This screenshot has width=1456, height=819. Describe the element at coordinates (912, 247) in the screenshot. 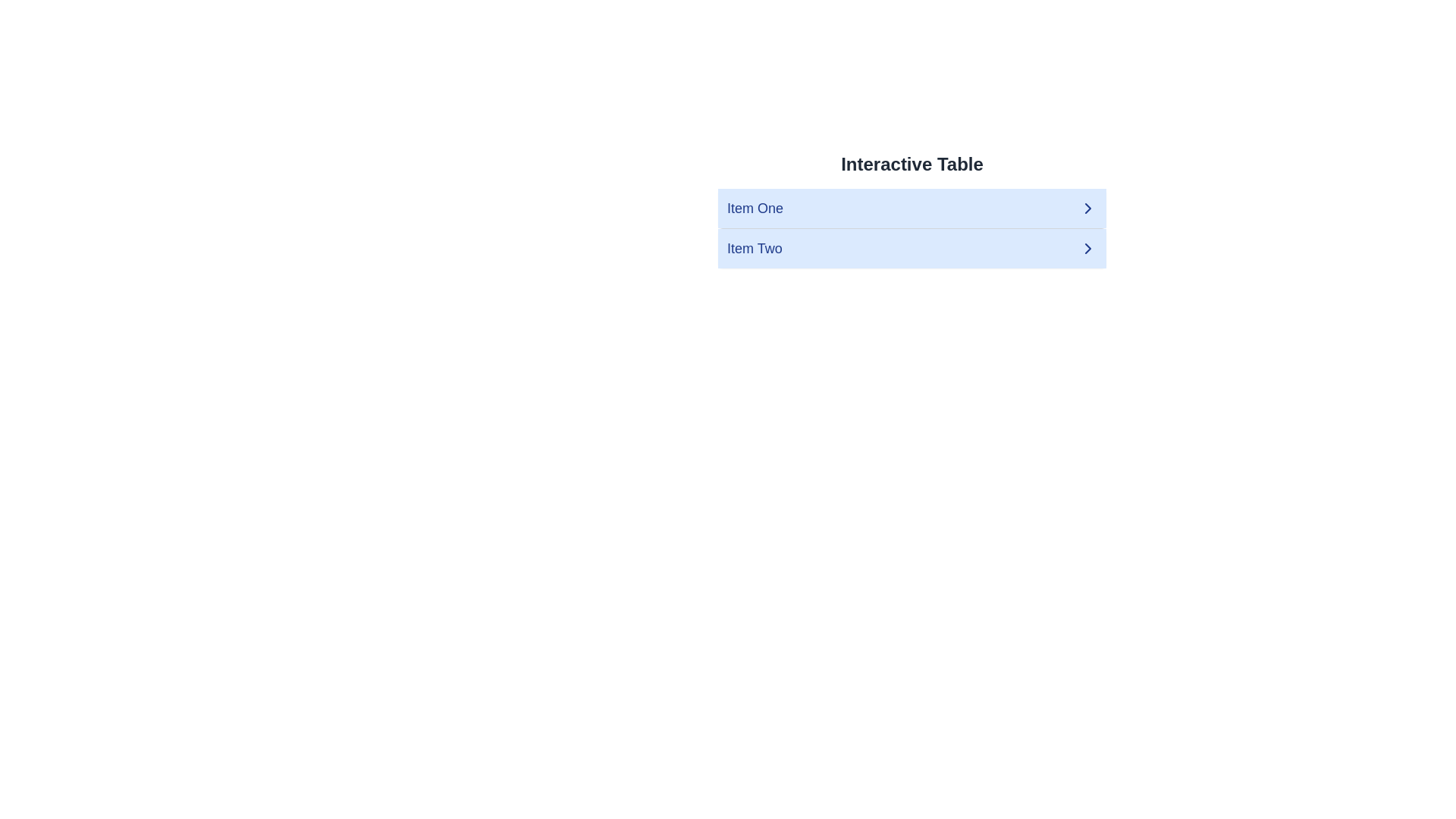

I see `the second clickable list item labeled 'Item Two'` at that location.